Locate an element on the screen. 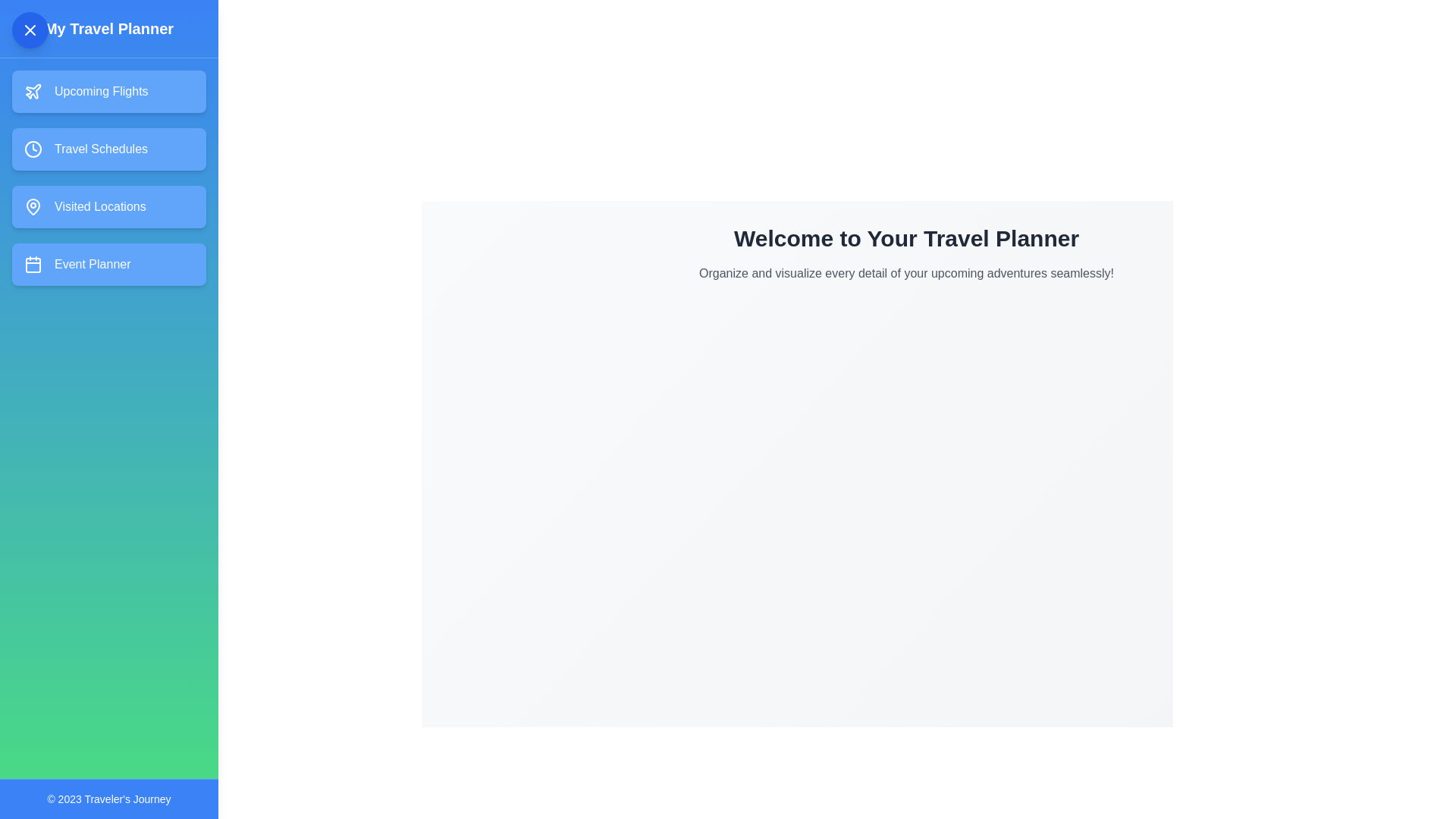 Image resolution: width=1456 pixels, height=819 pixels. the text label that denotes the purpose of the 'Travel Schedules' button, which is located second from the top of the left-hand side menu is located at coordinates (100, 149).